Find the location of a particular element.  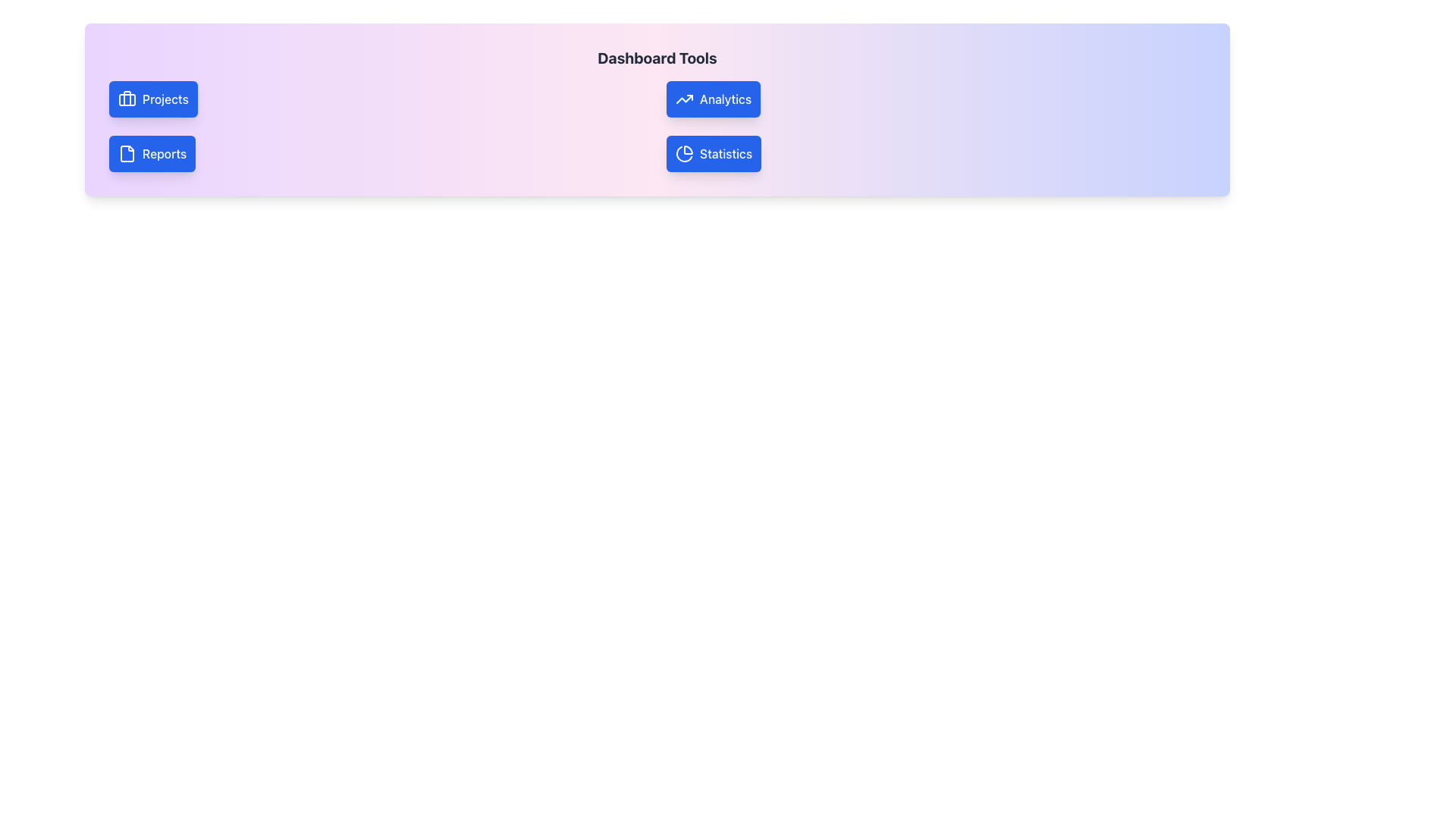

the briefcase icon located on the left side of the 'Projects' button in the interface is located at coordinates (127, 99).